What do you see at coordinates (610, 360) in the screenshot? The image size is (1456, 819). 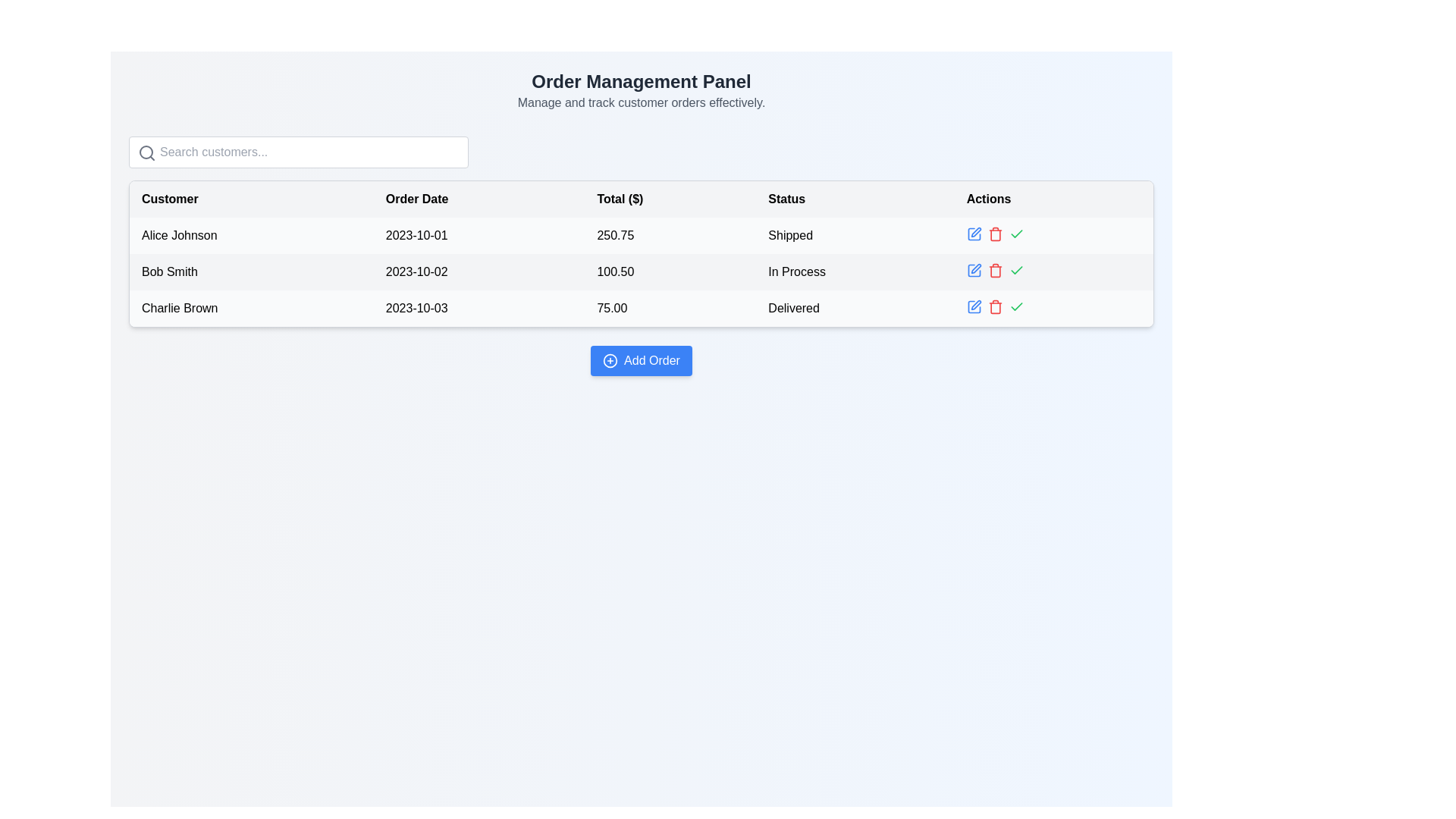 I see `the circular graphical icon within the 'Add Order' button, which is centrally positioned below the customer orders table` at bounding box center [610, 360].